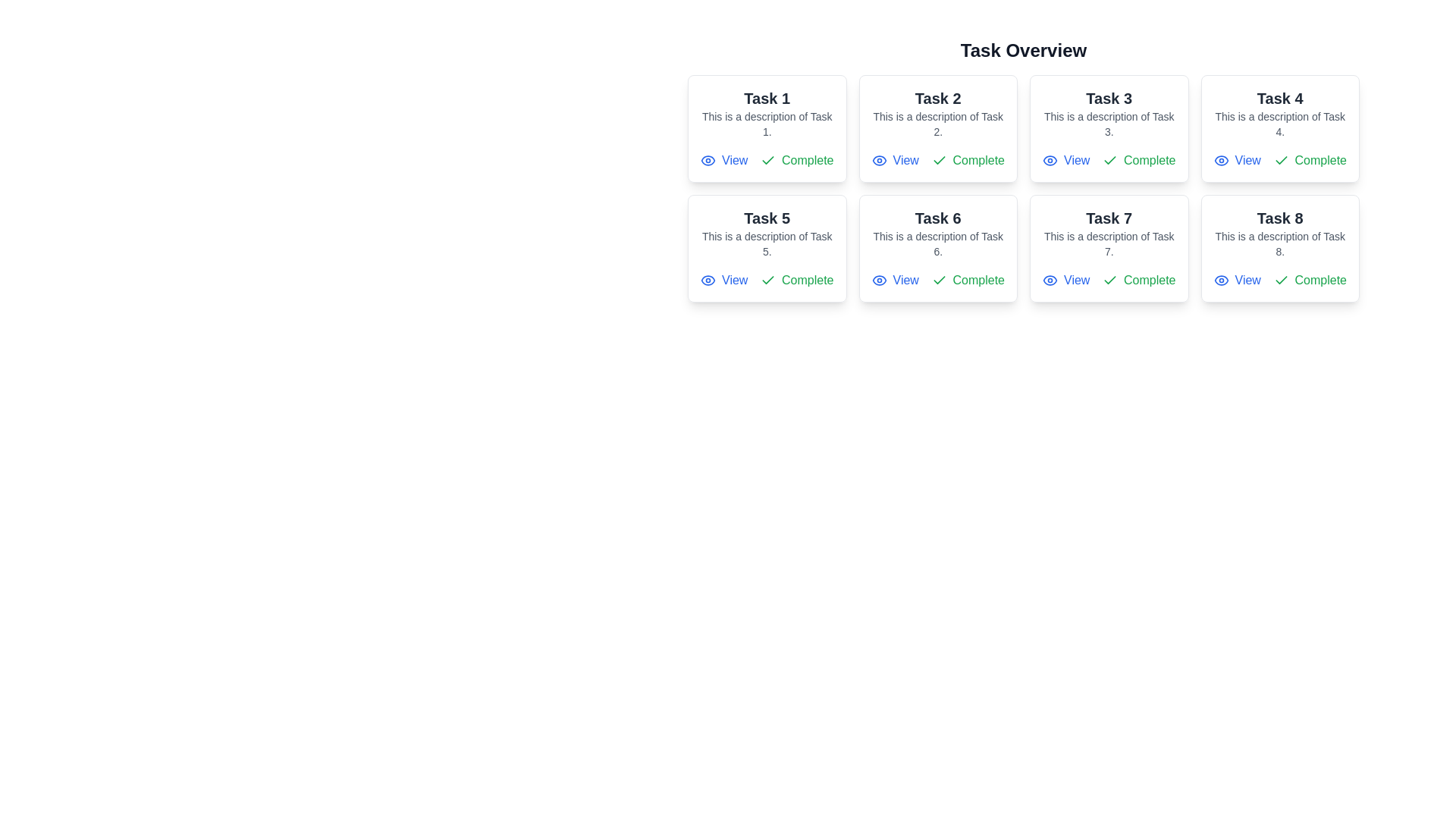  Describe the element at coordinates (1280, 281) in the screenshot. I see `the 'Complete' button located at the bottom right corner of the 'Task 8' card, which contains a small green checkmark icon to mark the task as complete` at that location.